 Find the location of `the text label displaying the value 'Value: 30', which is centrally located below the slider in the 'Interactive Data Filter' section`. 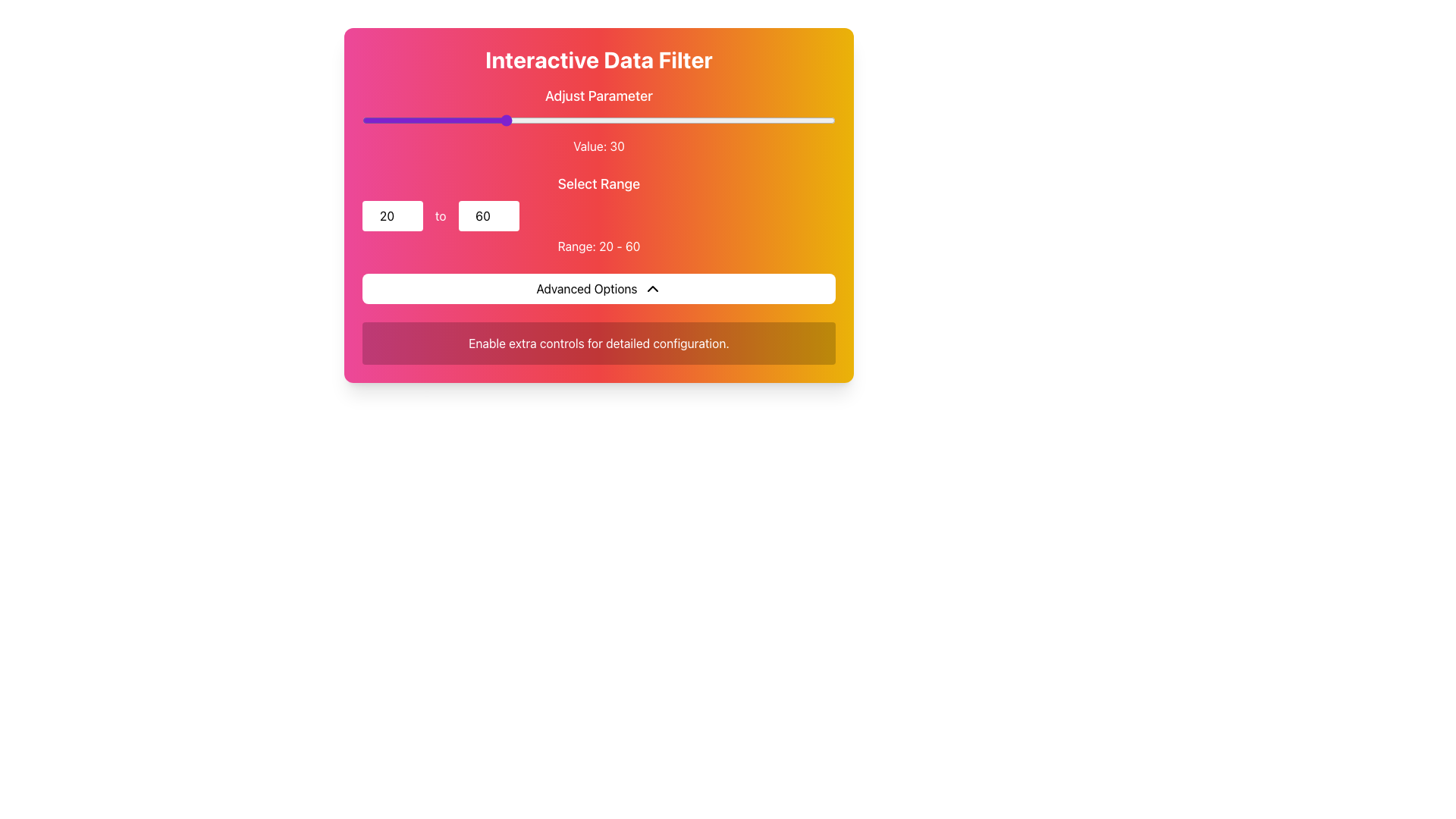

the text label displaying the value 'Value: 30', which is centrally located below the slider in the 'Interactive Data Filter' section is located at coordinates (598, 146).